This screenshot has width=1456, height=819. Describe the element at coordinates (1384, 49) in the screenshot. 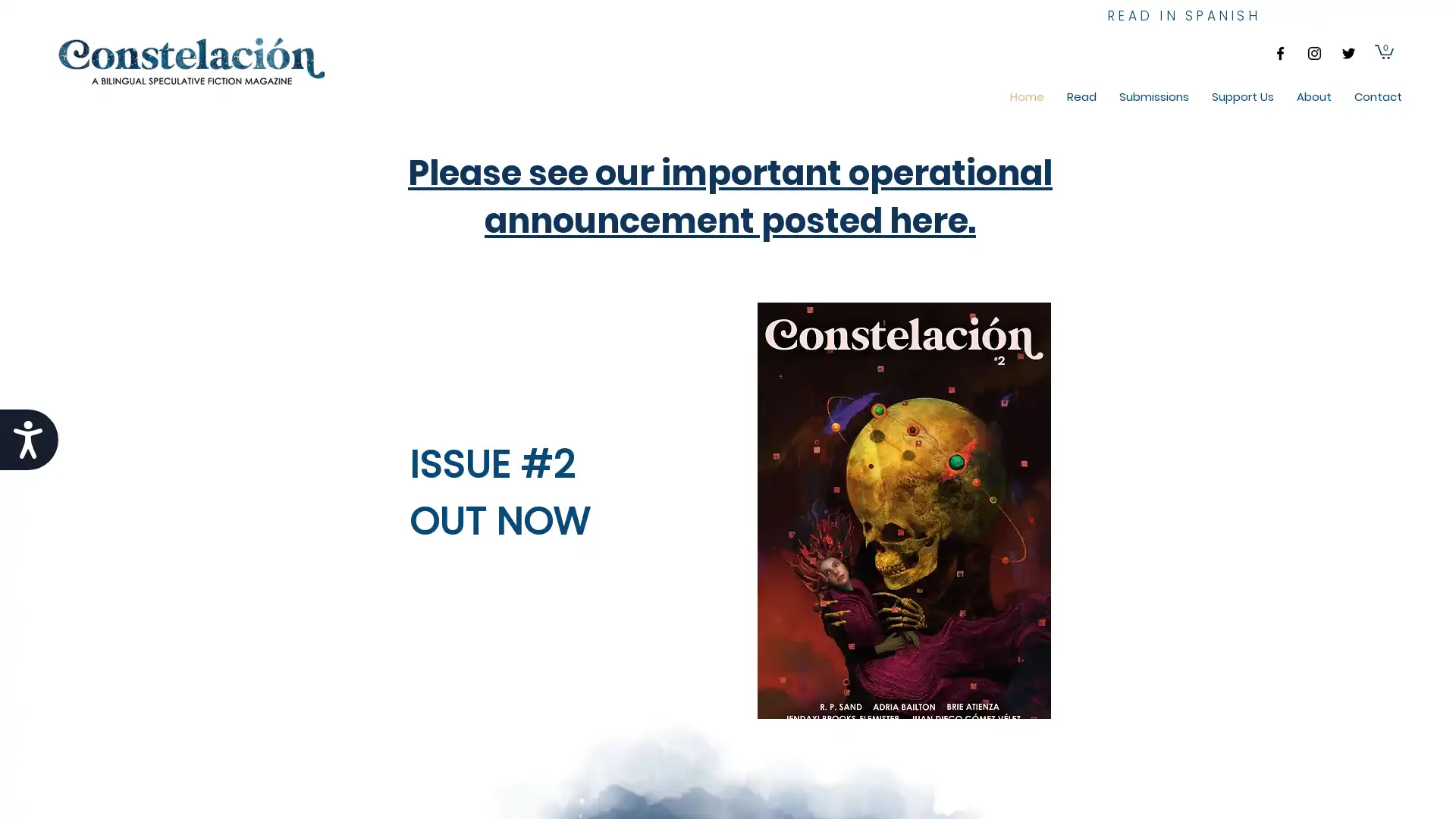

I see `Cart with 0 items` at that location.